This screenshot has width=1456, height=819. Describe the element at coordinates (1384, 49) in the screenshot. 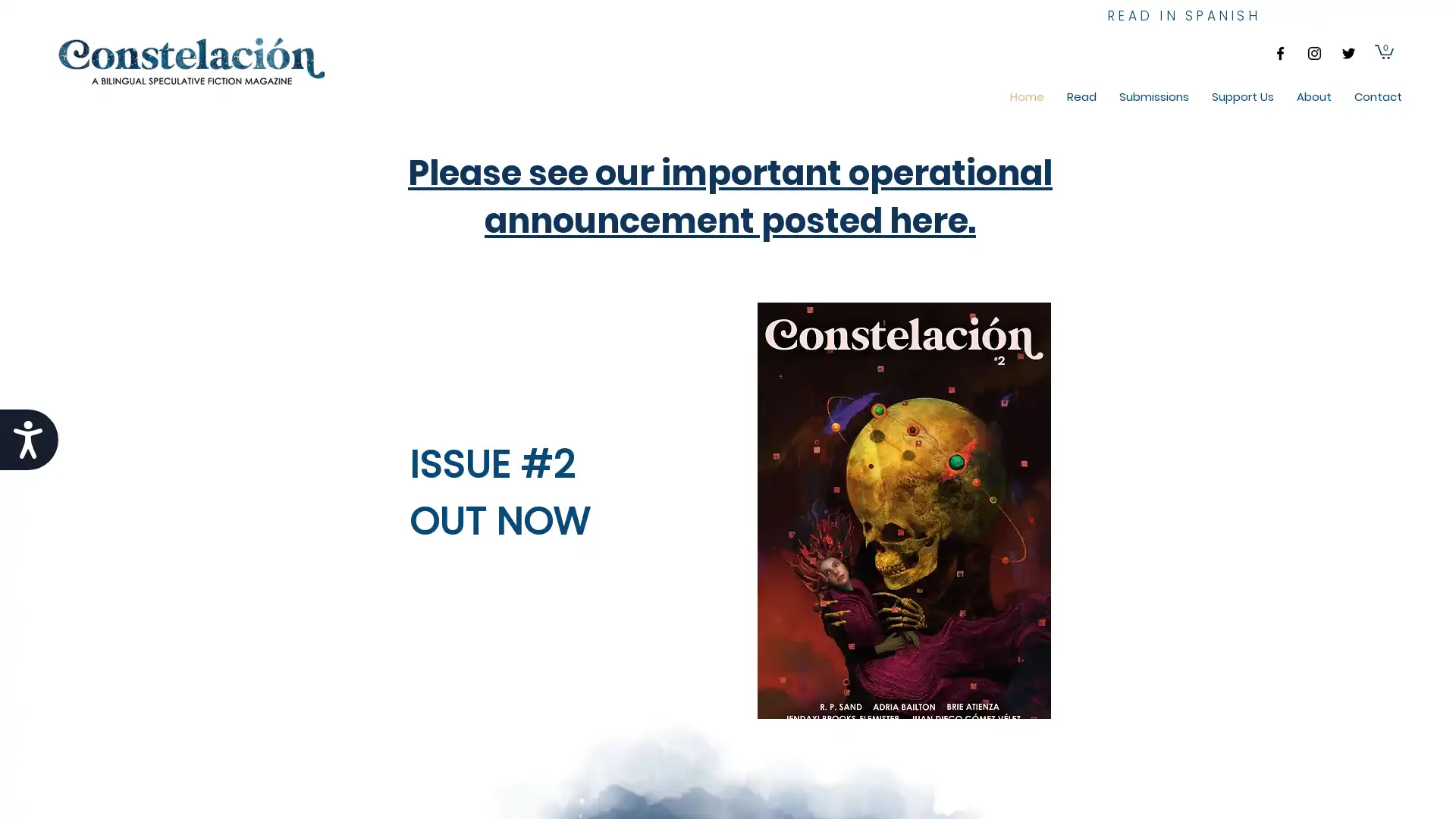

I see `Cart with 0 items` at that location.